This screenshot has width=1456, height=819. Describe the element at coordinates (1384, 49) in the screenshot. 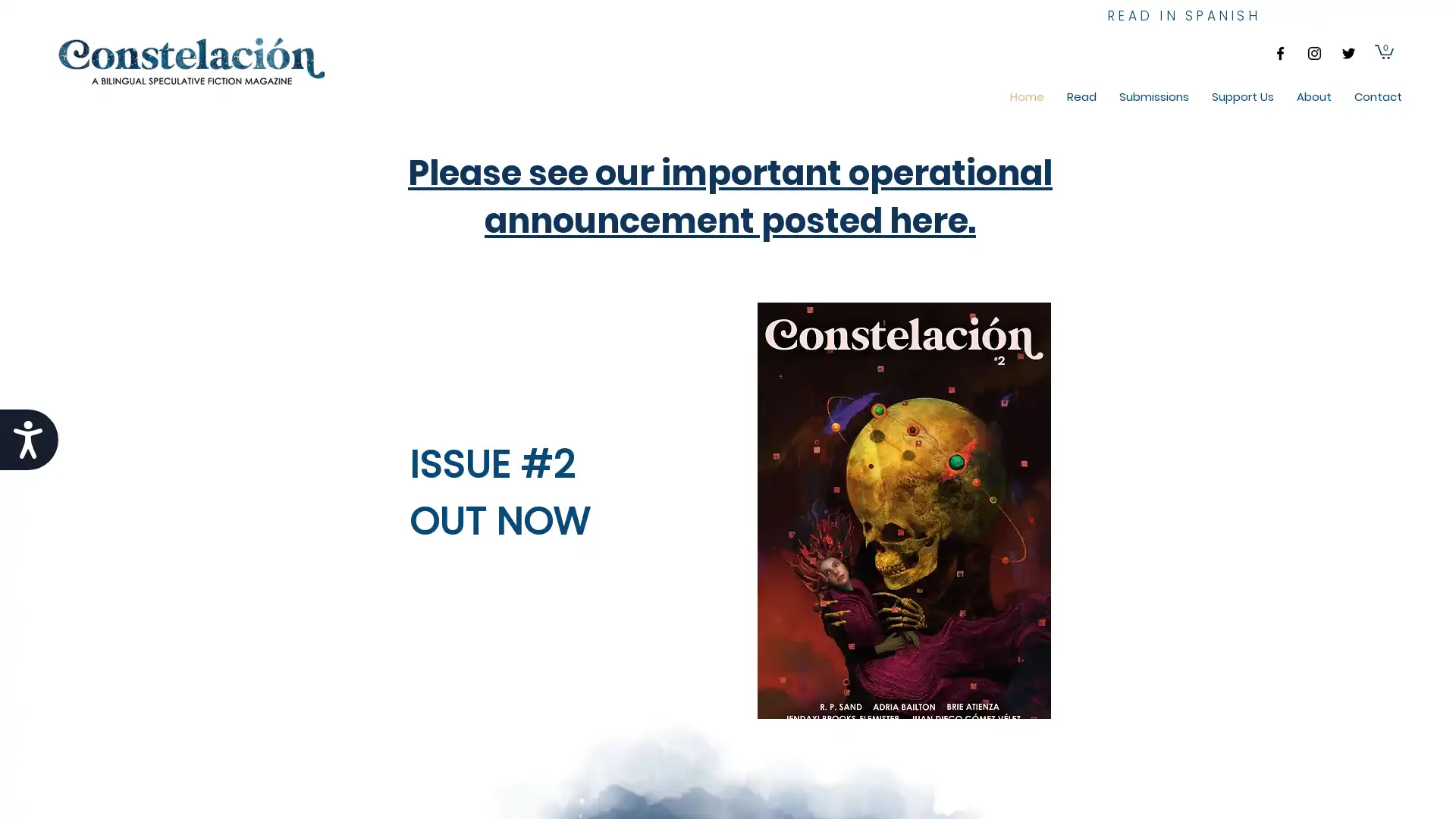

I see `Cart with 0 items` at that location.